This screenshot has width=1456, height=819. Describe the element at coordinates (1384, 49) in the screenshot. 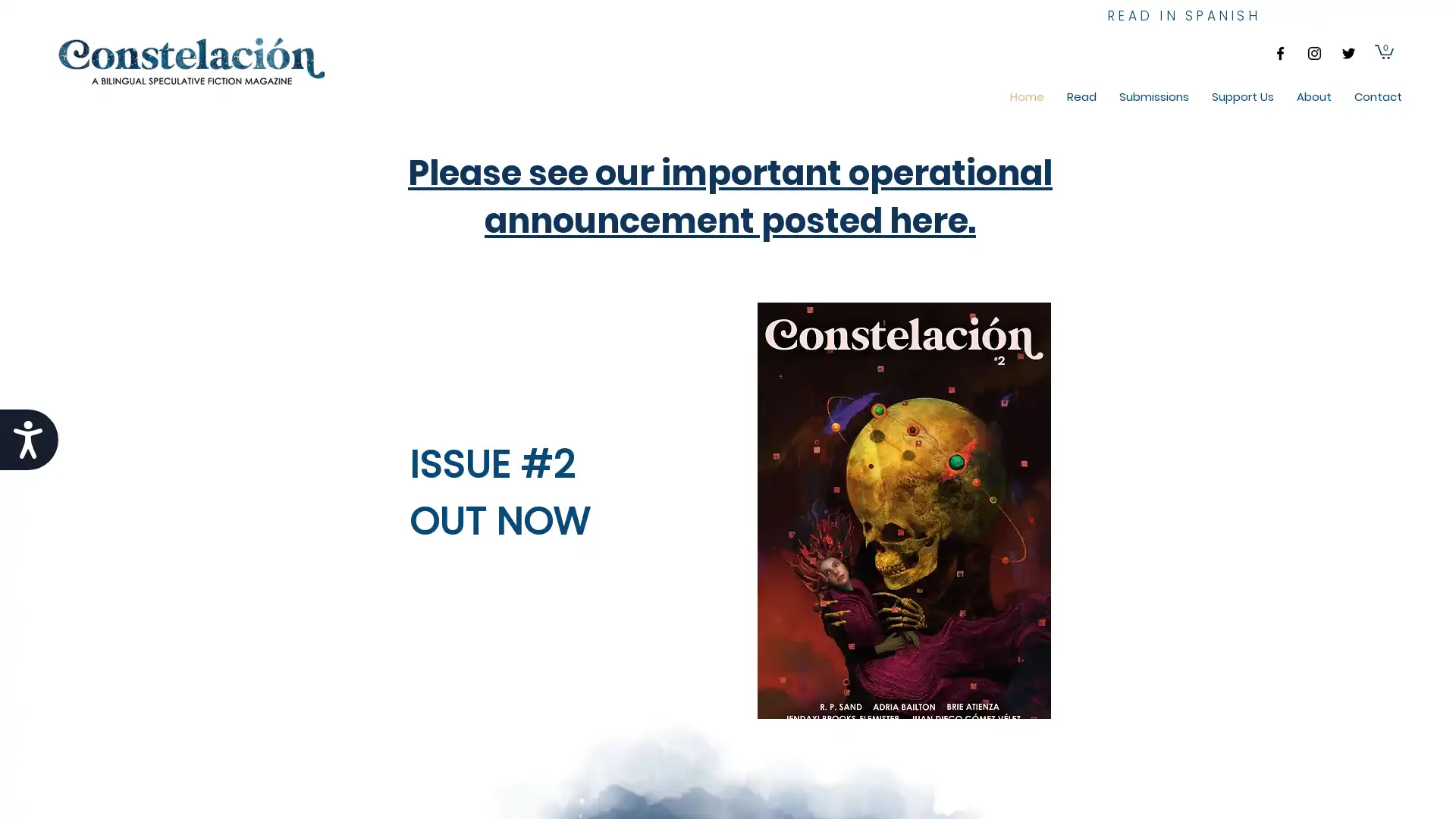

I see `Cart with 0 items` at that location.